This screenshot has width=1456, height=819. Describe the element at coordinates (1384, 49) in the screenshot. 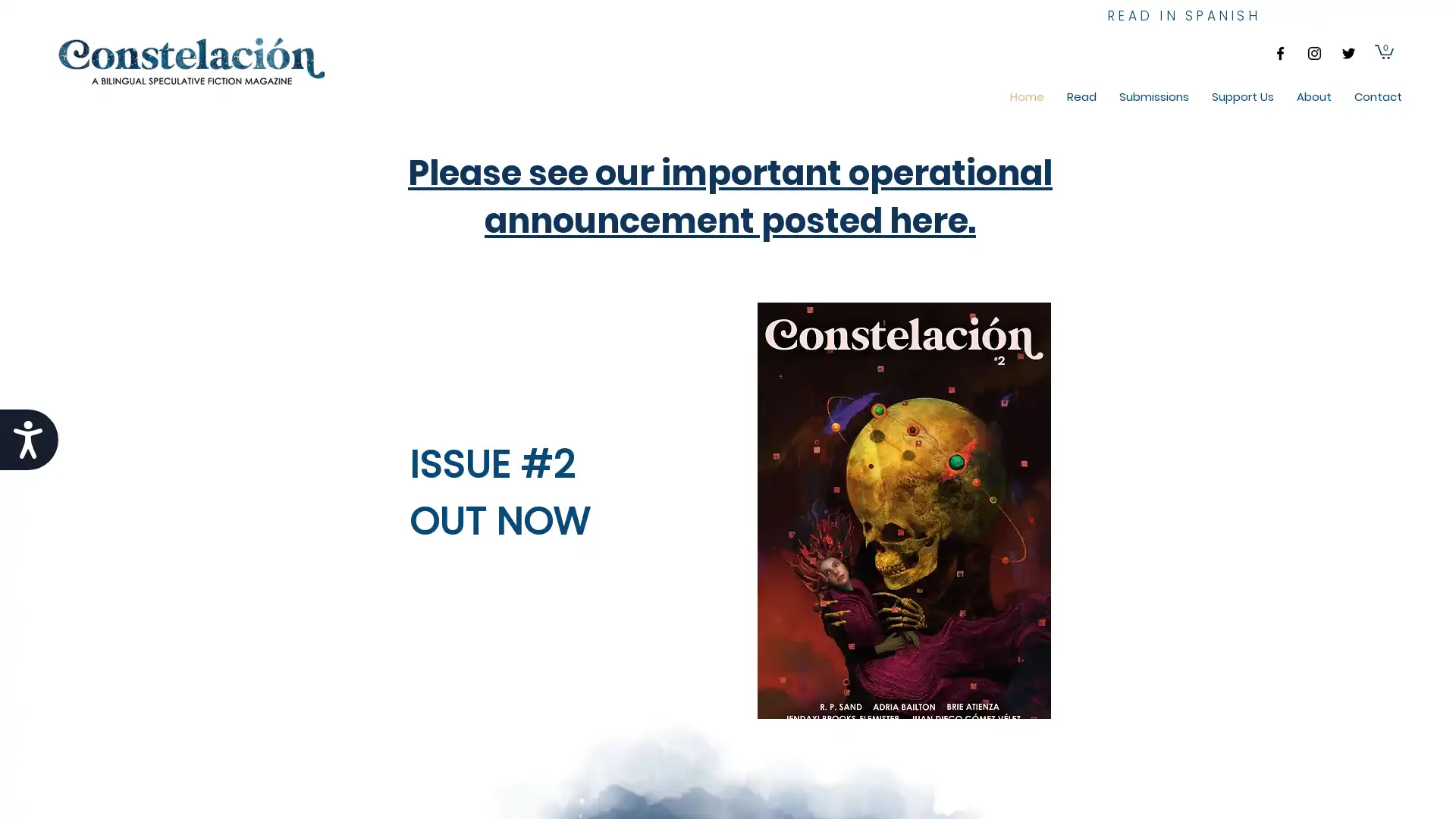

I see `Cart with 0 items` at that location.